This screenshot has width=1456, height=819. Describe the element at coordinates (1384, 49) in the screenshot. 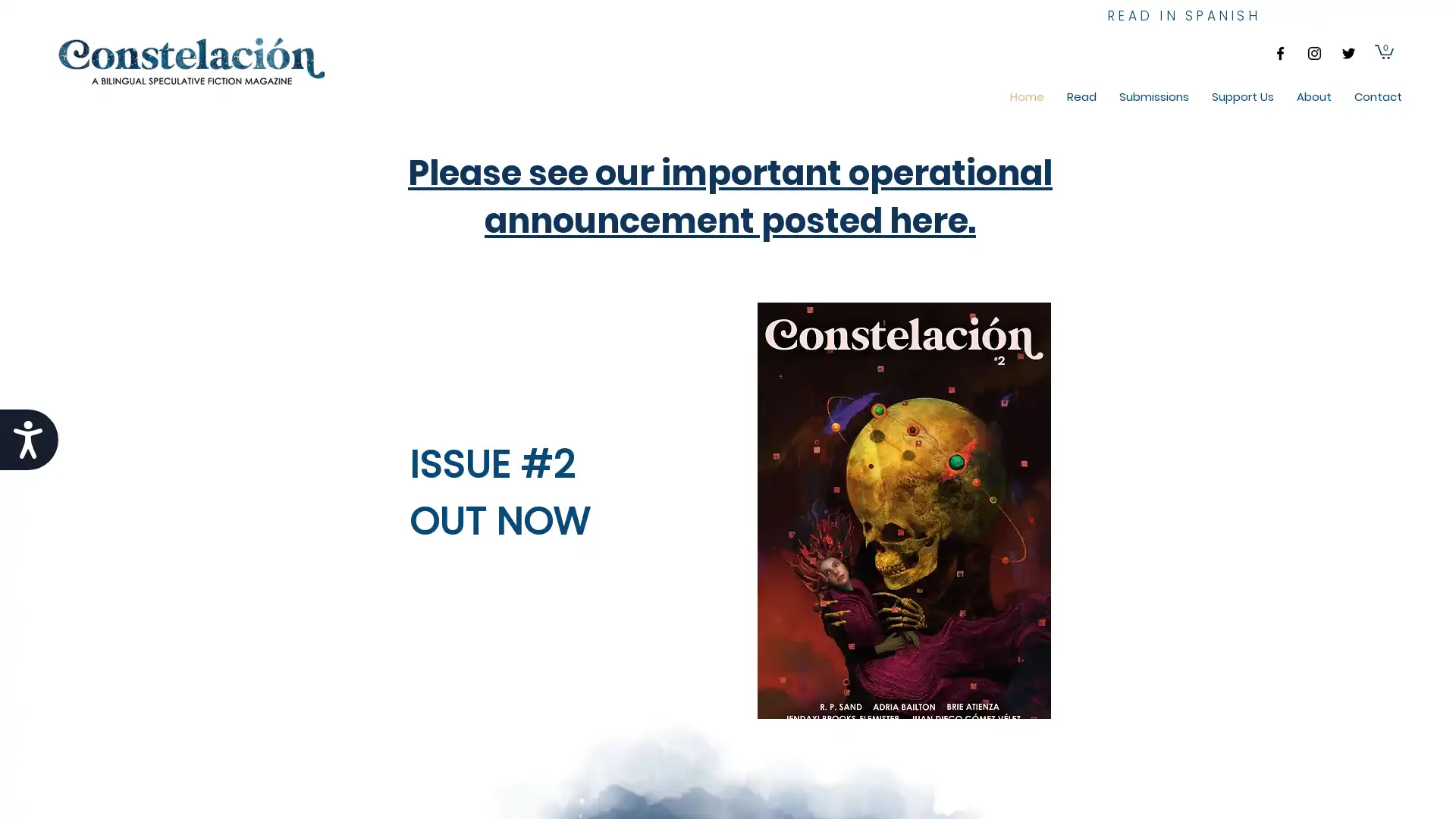

I see `Cart with 0 items` at that location.